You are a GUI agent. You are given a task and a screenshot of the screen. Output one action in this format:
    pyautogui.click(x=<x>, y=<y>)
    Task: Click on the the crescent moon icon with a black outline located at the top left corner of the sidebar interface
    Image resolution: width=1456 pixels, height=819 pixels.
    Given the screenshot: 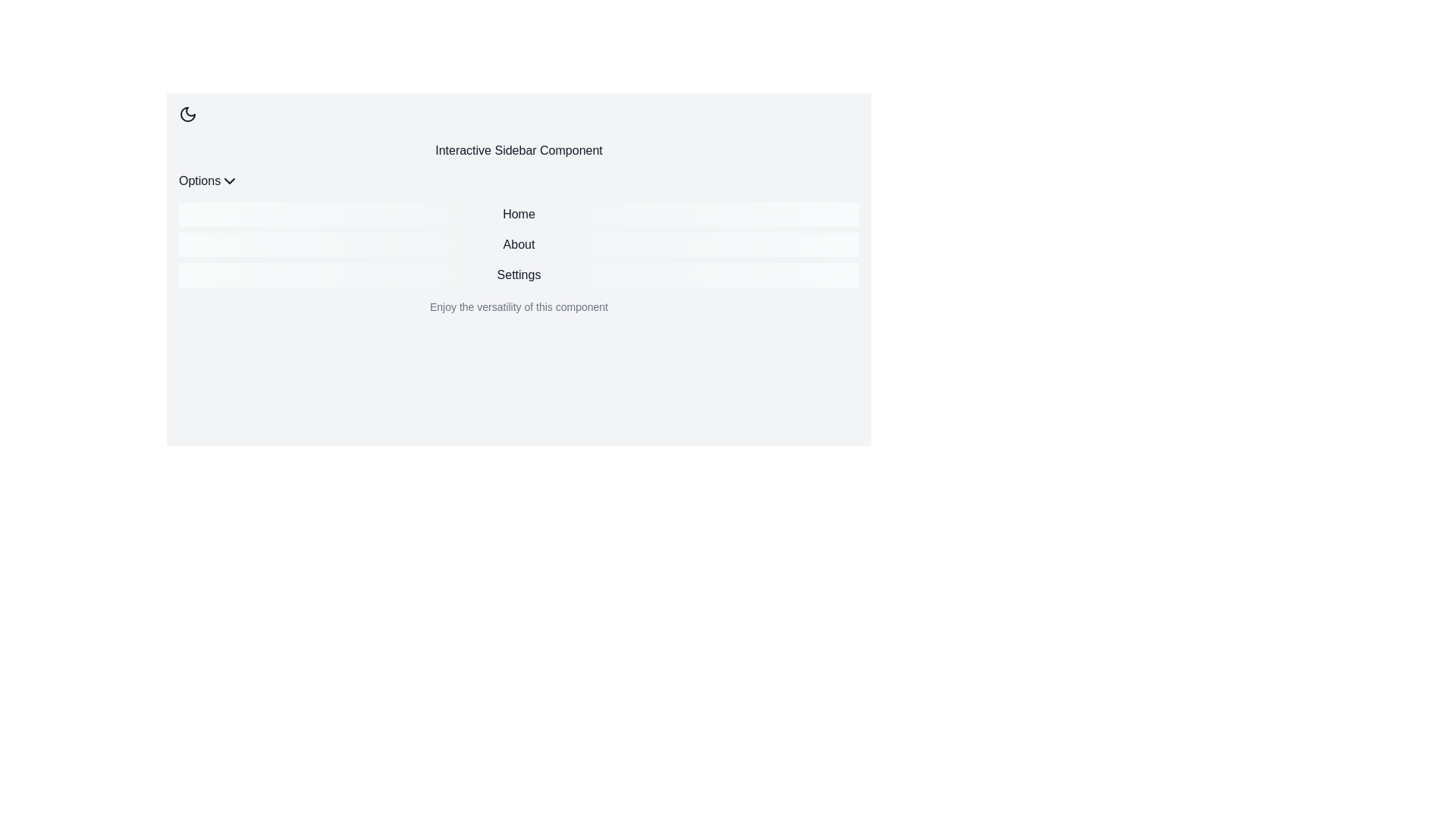 What is the action you would take?
    pyautogui.click(x=187, y=113)
    